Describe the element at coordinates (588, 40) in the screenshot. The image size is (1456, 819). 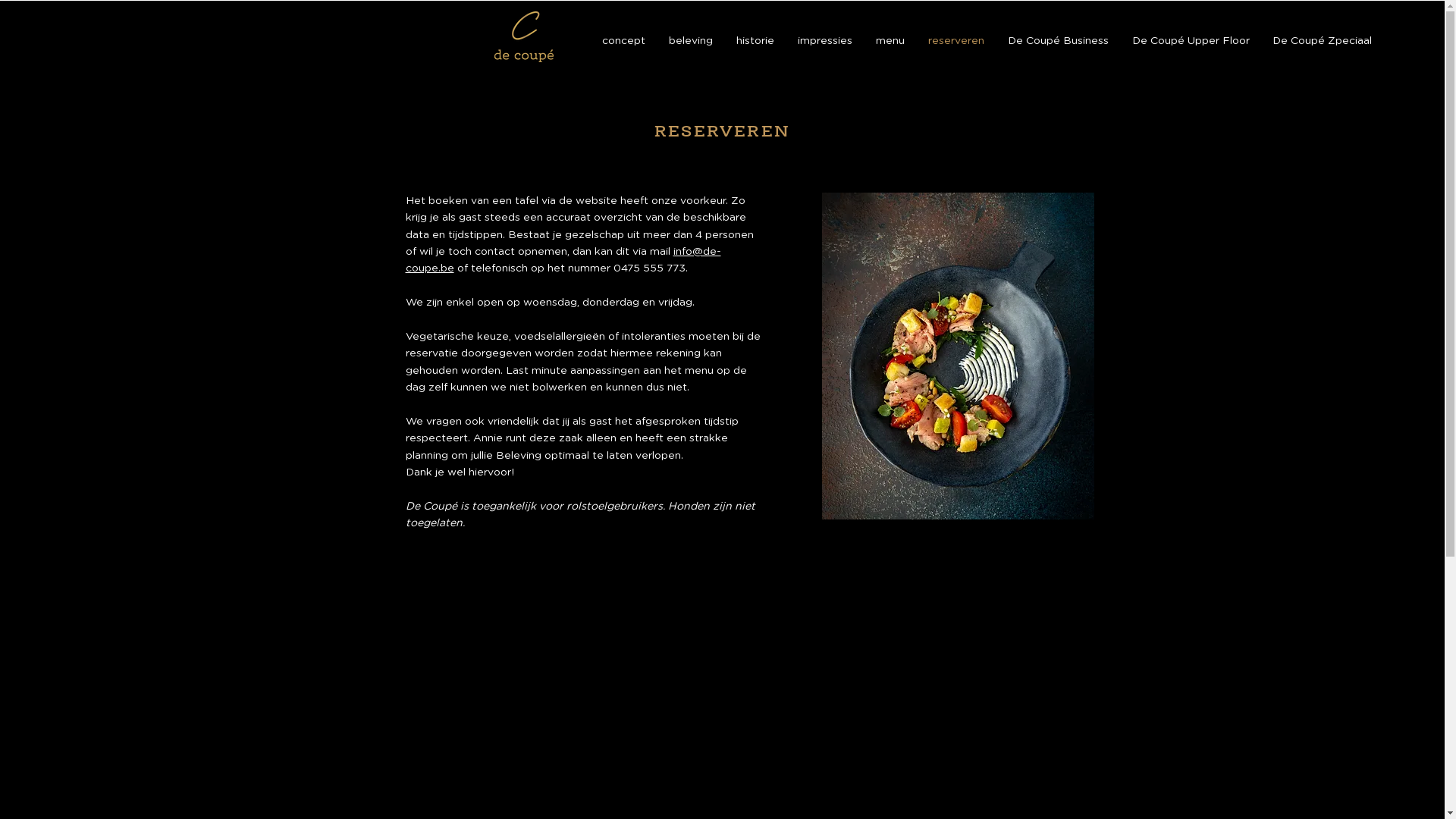
I see `'concept'` at that location.